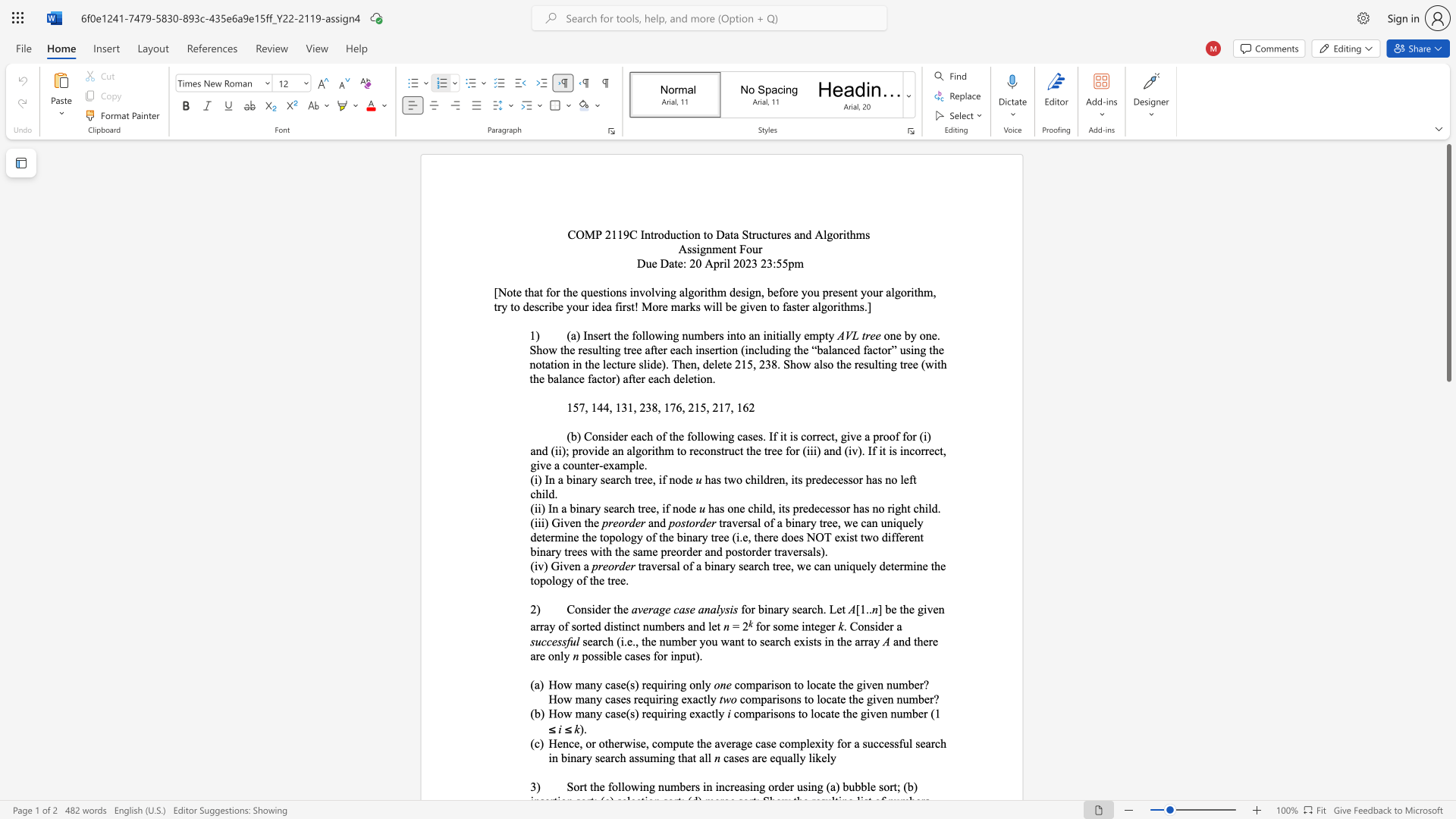 This screenshot has height=819, width=1456. What do you see at coordinates (725, 758) in the screenshot?
I see `the 1th character "c" in the text` at bounding box center [725, 758].